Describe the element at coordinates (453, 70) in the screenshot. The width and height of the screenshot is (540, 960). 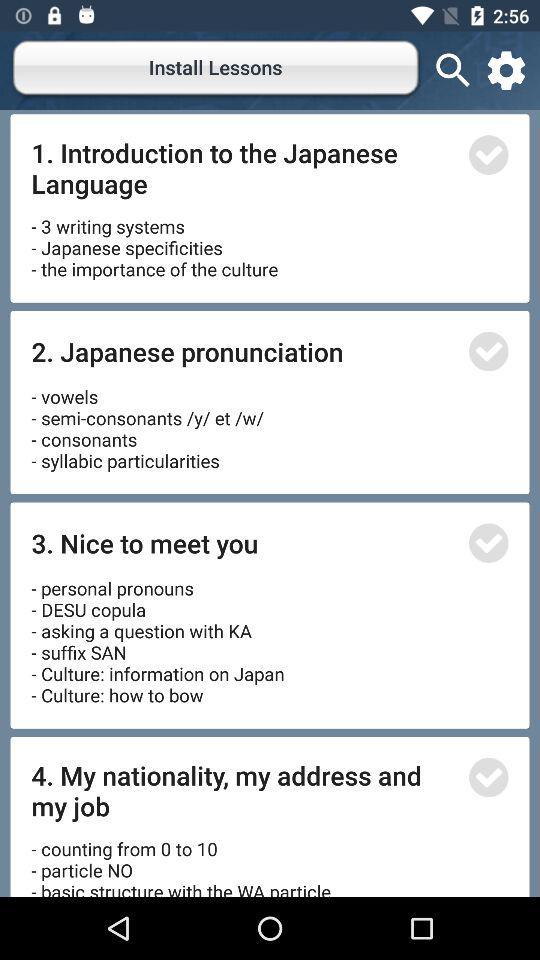
I see `the search icon` at that location.